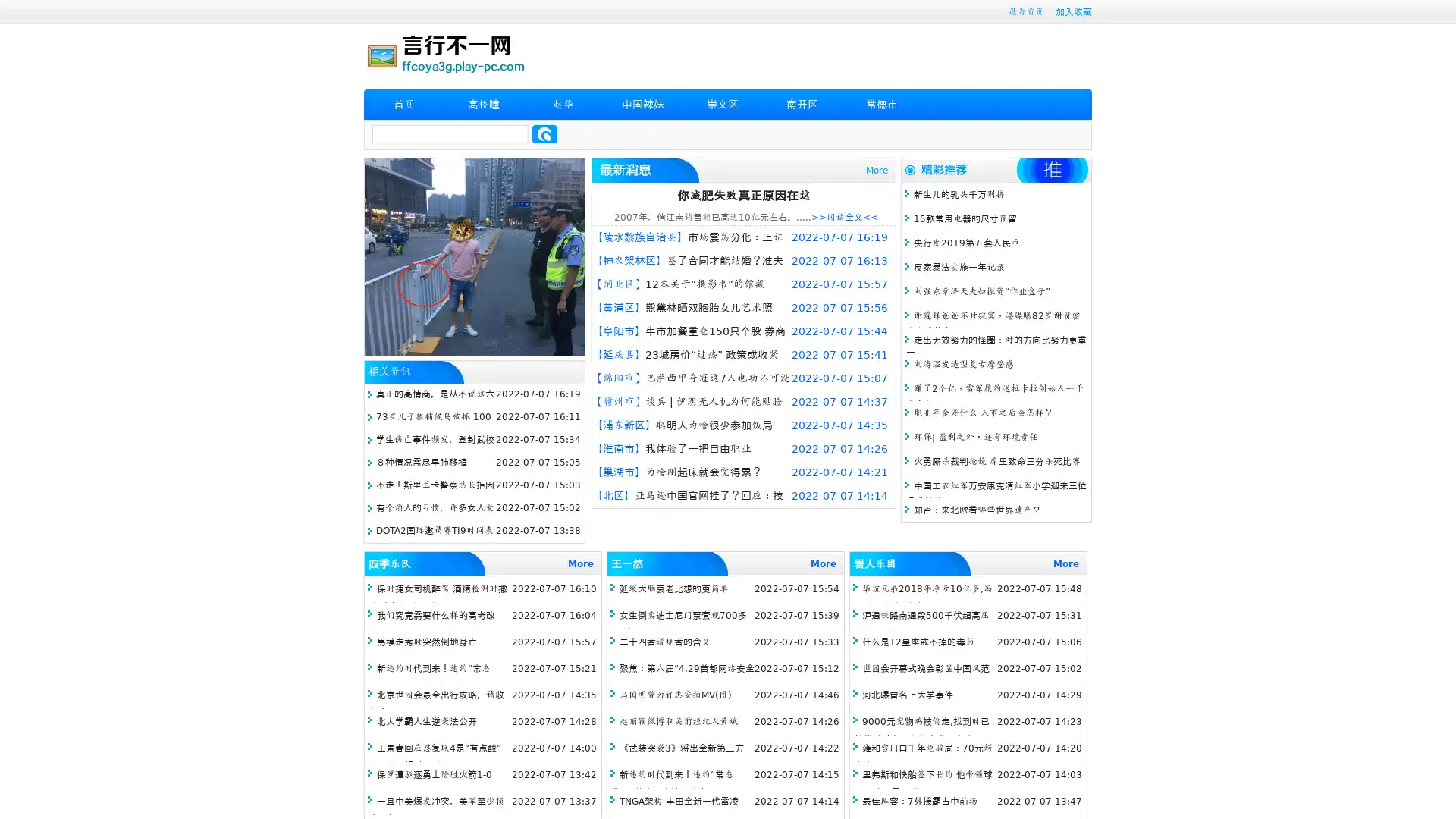 The height and width of the screenshot is (819, 1456). Describe the element at coordinates (544, 133) in the screenshot. I see `Search` at that location.